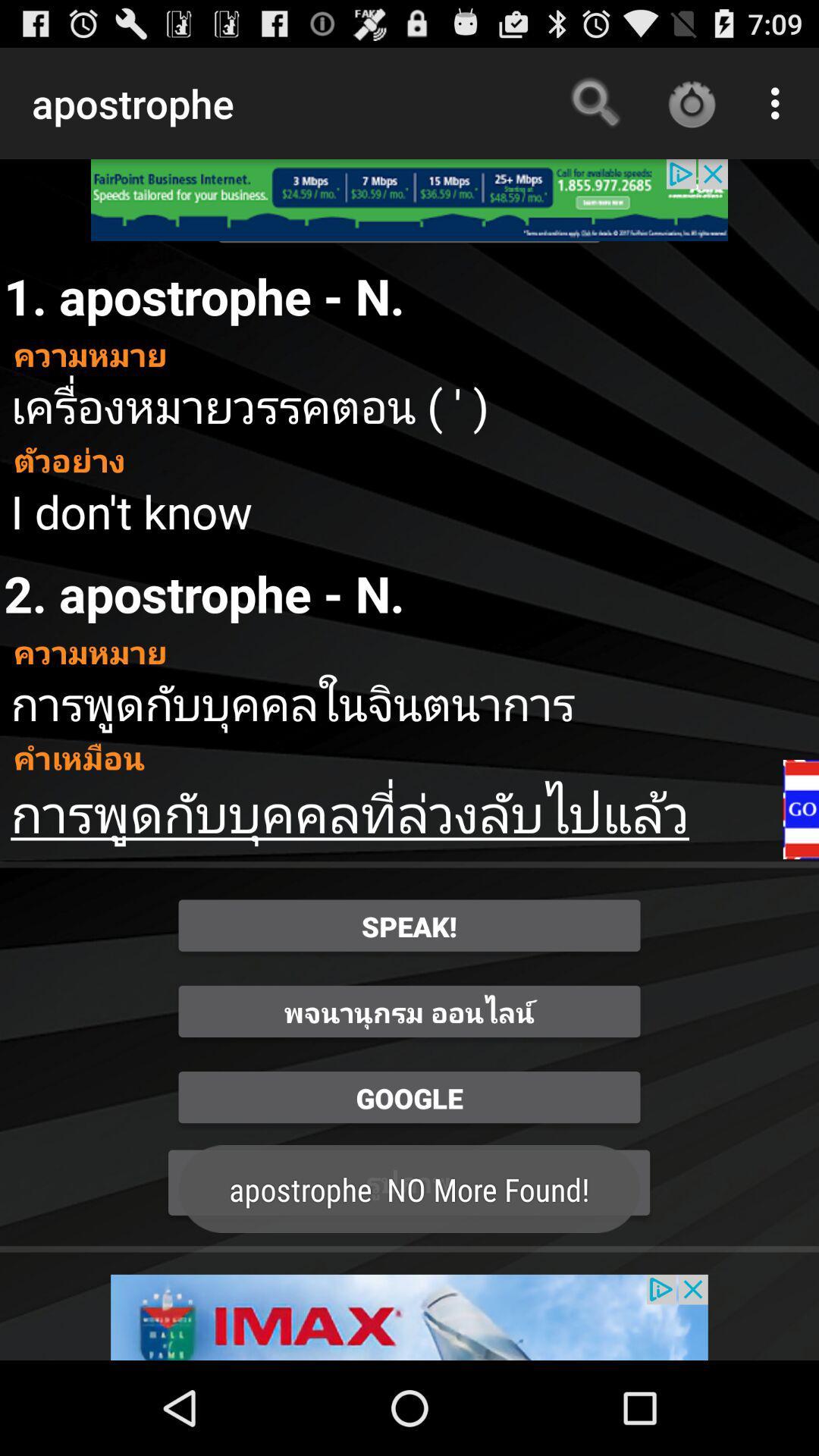 This screenshot has width=819, height=1456. I want to click on apostrophe no more found below google, so click(409, 1182).